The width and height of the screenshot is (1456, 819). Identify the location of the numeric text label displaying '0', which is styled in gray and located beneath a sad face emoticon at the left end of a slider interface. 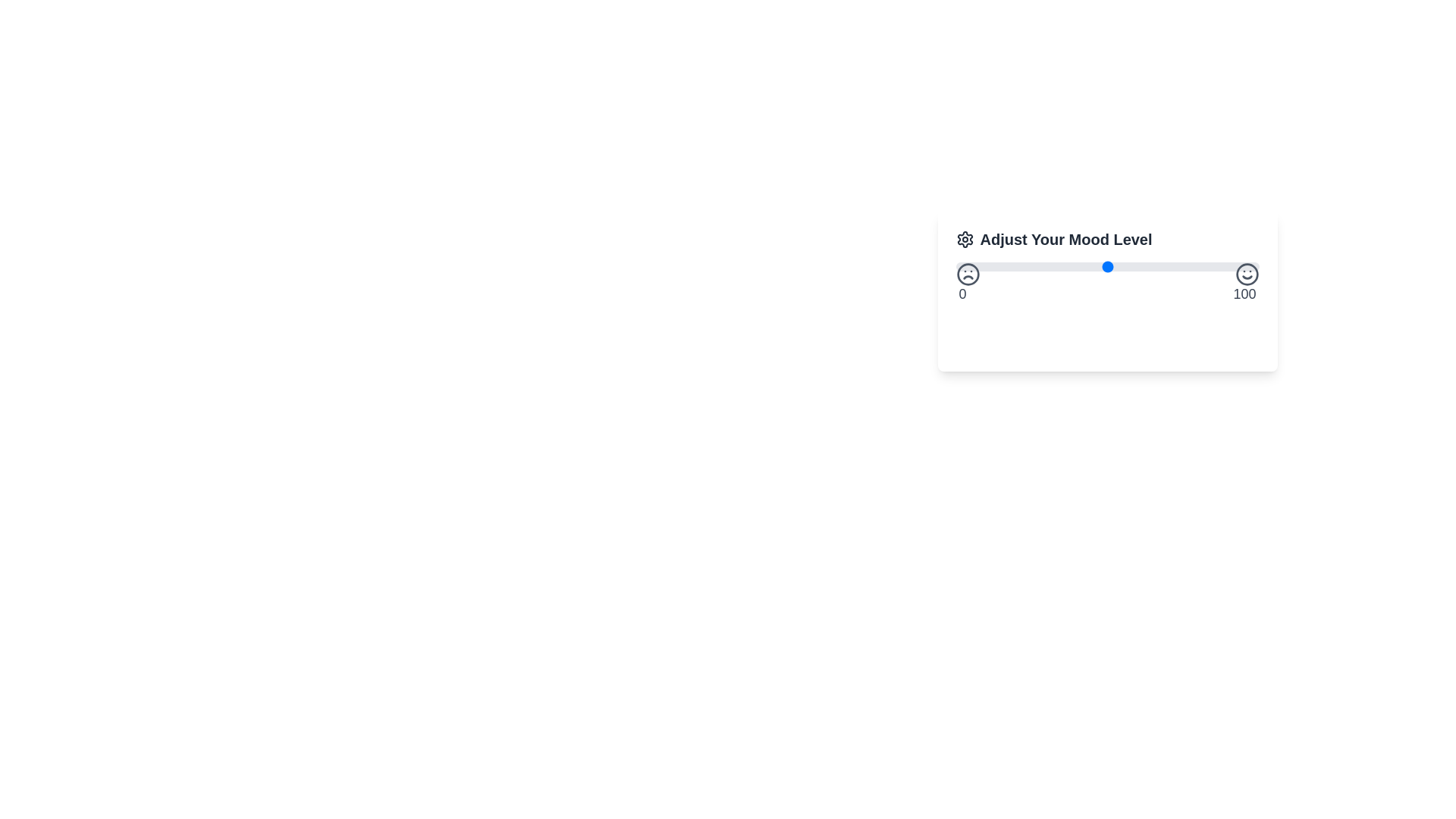
(962, 294).